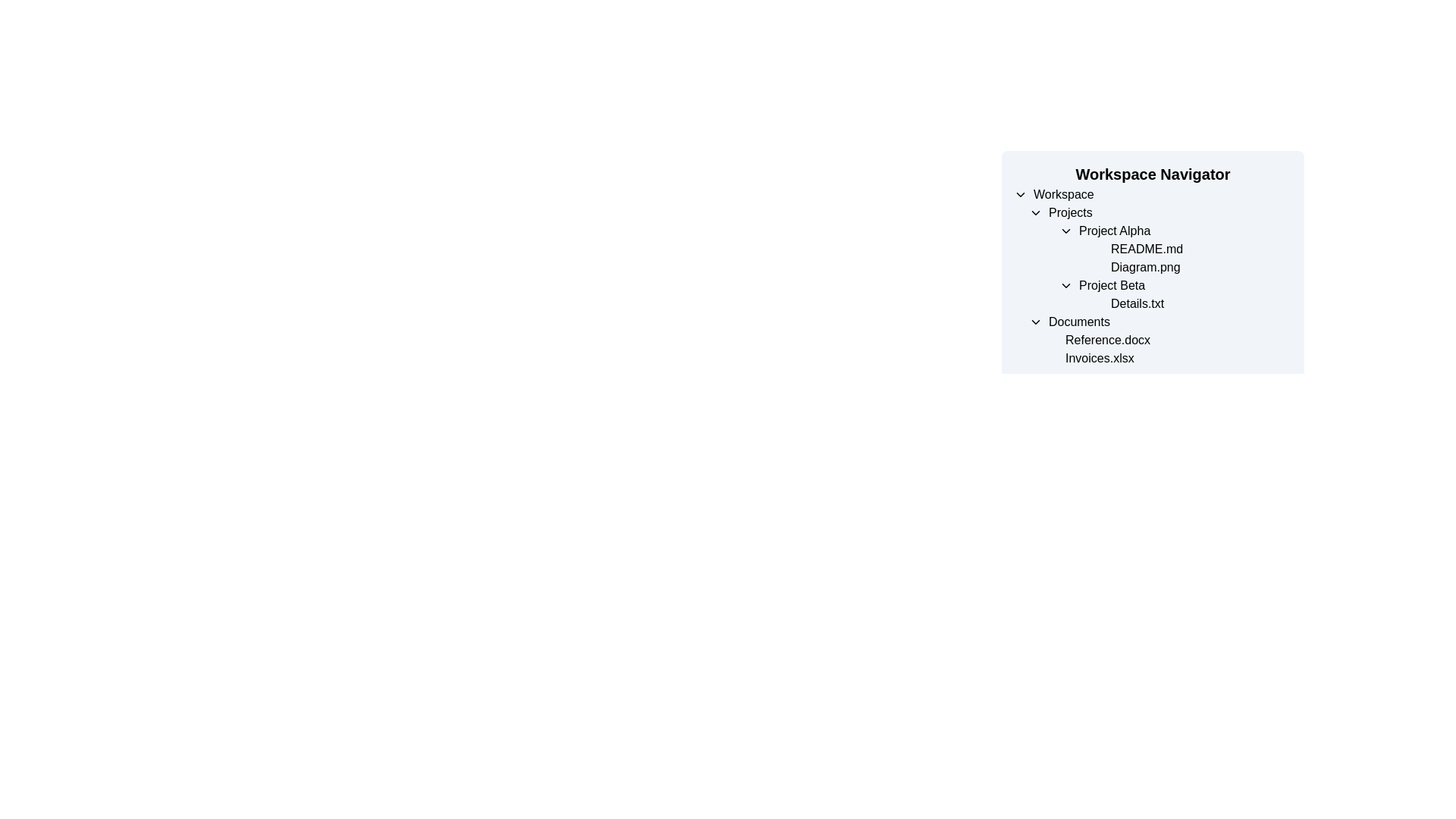  Describe the element at coordinates (1100, 359) in the screenshot. I see `text label representing the document 'Invoices.xlsx', which is the second item under the 'Documents' section in the 'Workspace Navigator' panel` at that location.